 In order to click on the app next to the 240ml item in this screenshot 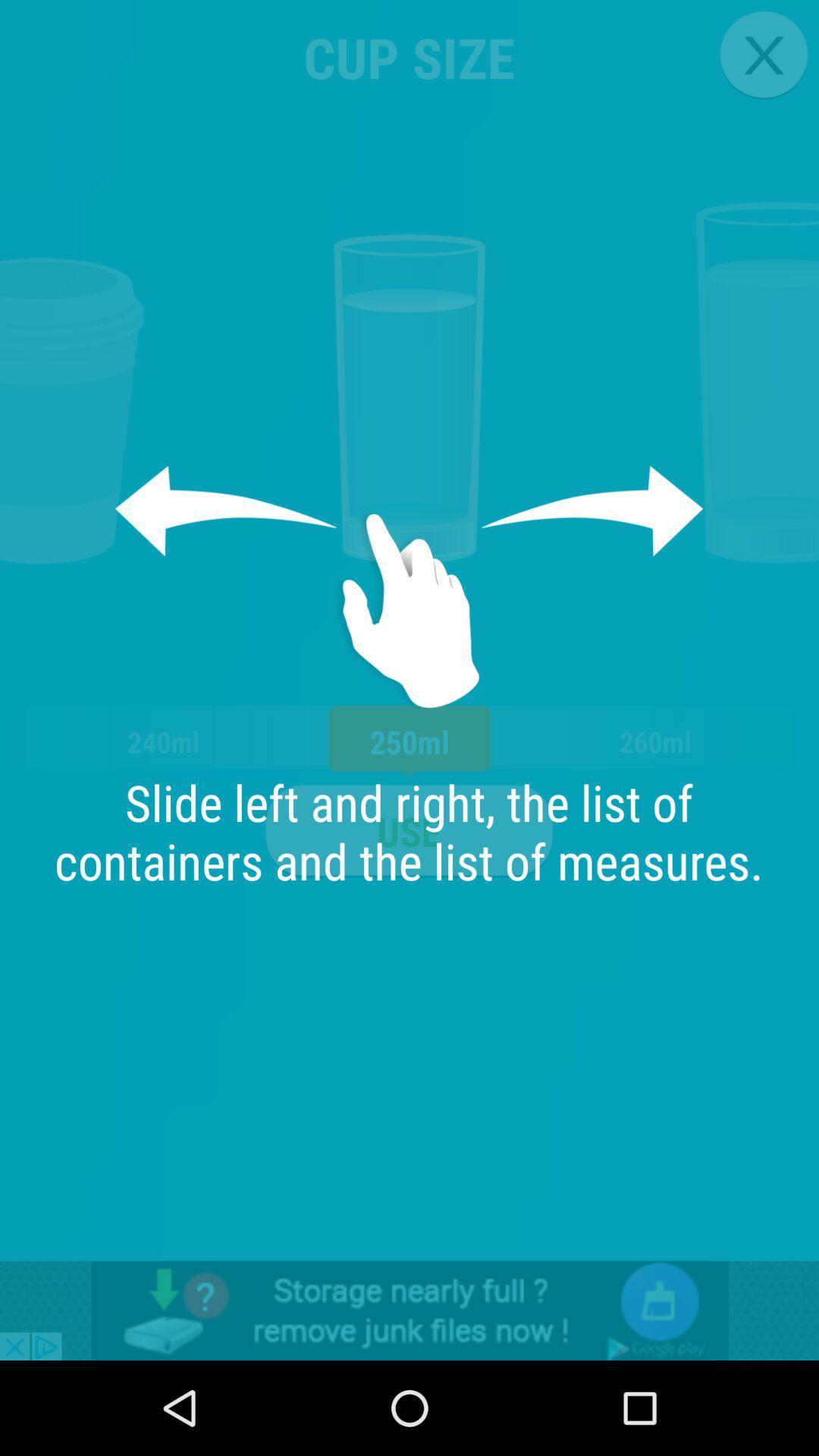, I will do `click(408, 830)`.